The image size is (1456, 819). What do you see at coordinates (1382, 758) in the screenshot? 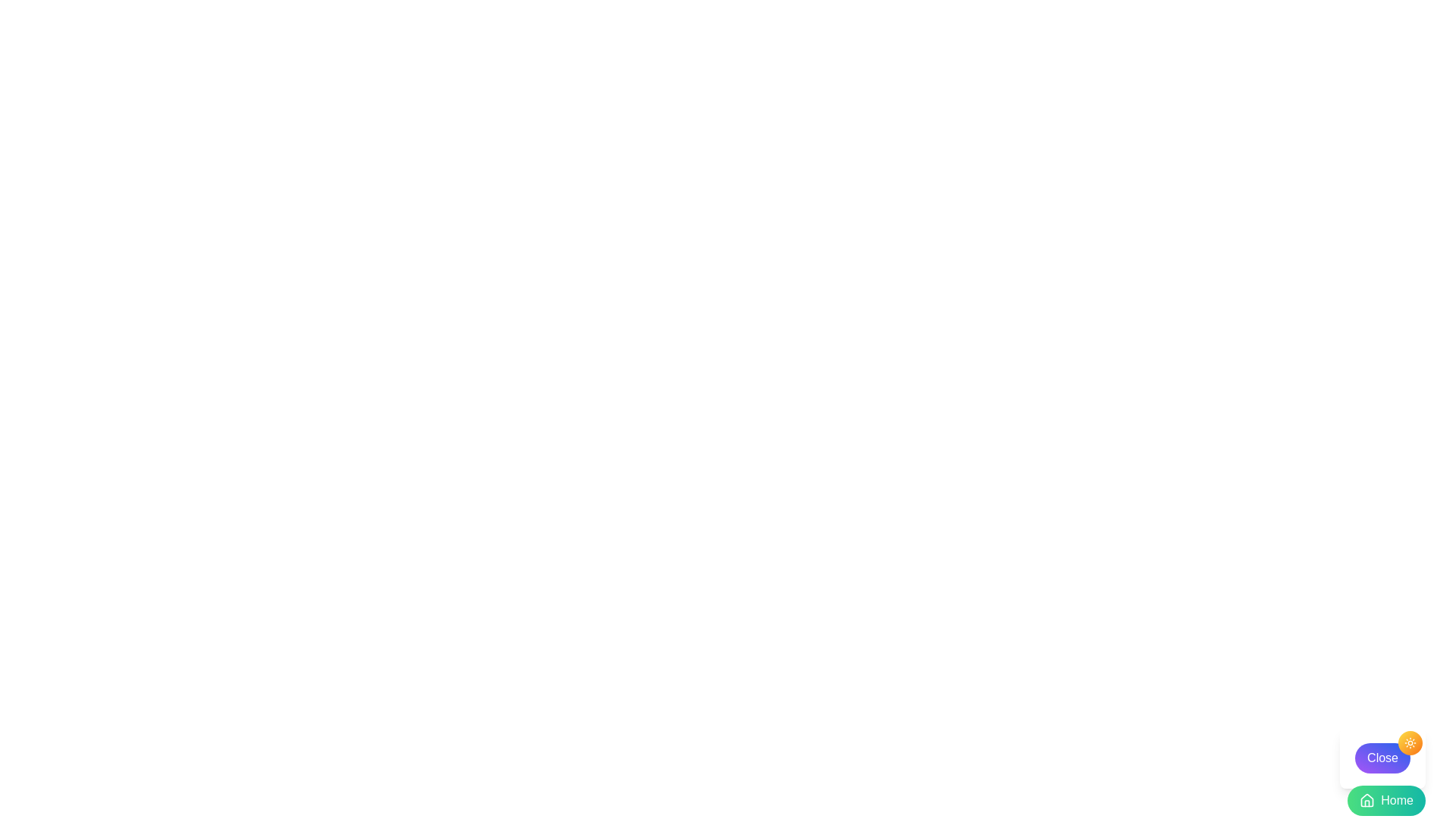
I see `the close button located at the top right of the white rounded rectangle` at bounding box center [1382, 758].